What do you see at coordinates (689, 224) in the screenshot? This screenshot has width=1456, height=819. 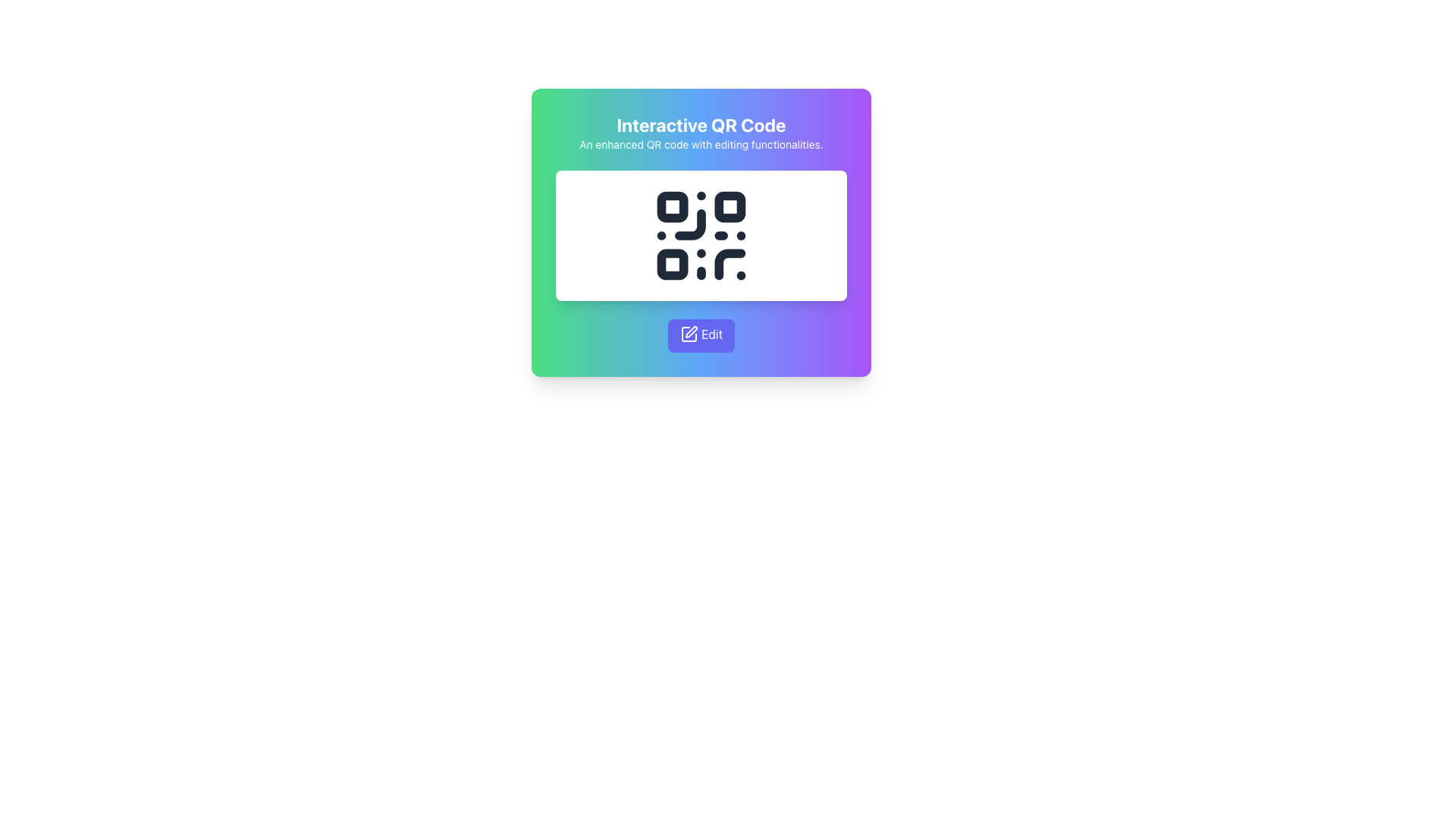 I see `the decorative graphic element within the SVG graphic of the QR code, located slightly to the top-right of the center of the QR code on a gradient-colored card` at bounding box center [689, 224].